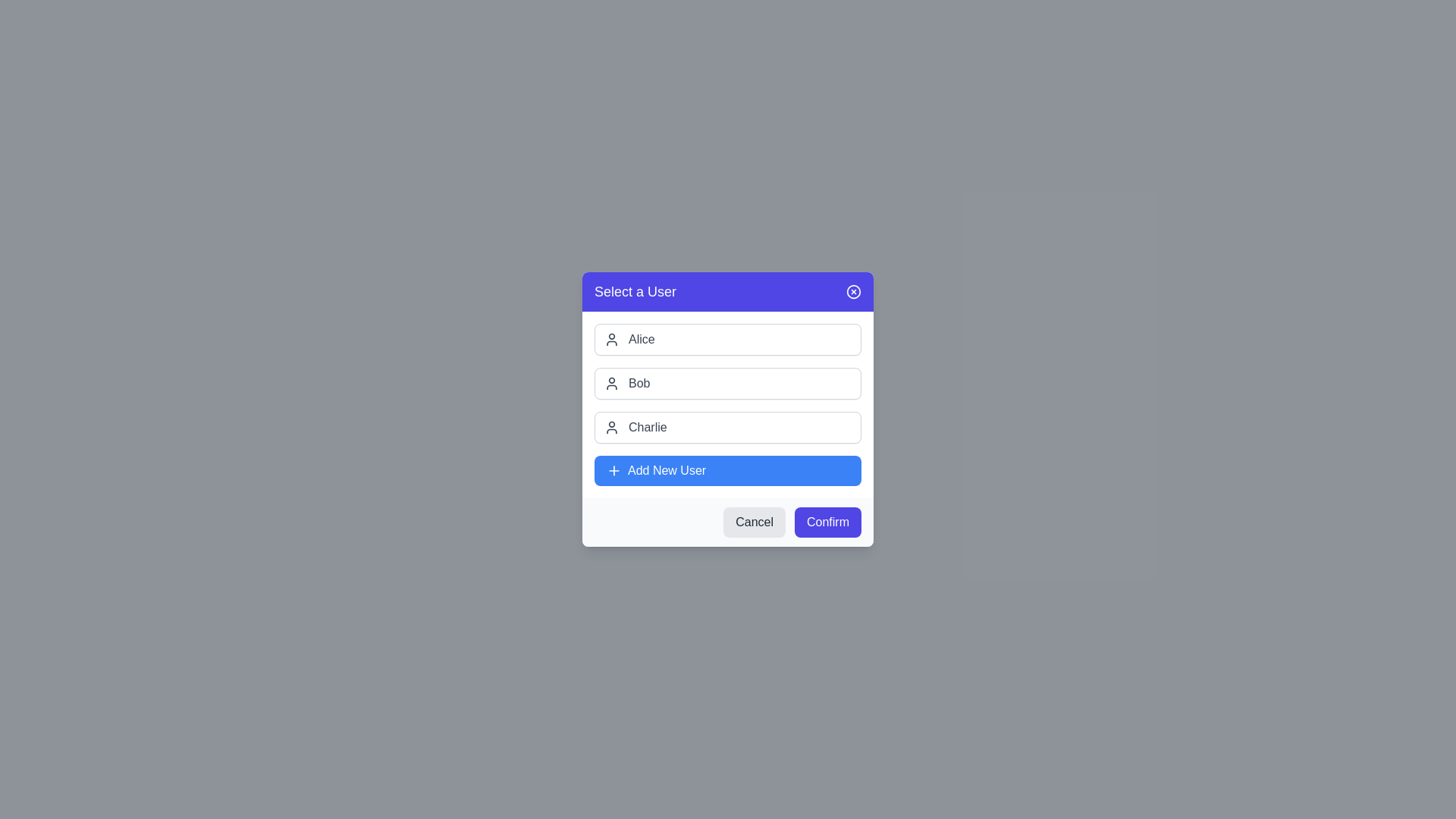 Image resolution: width=1456 pixels, height=819 pixels. What do you see at coordinates (611, 427) in the screenshot?
I see `the user avatar icon located to the left of the name 'Charlie' in the selection card` at bounding box center [611, 427].